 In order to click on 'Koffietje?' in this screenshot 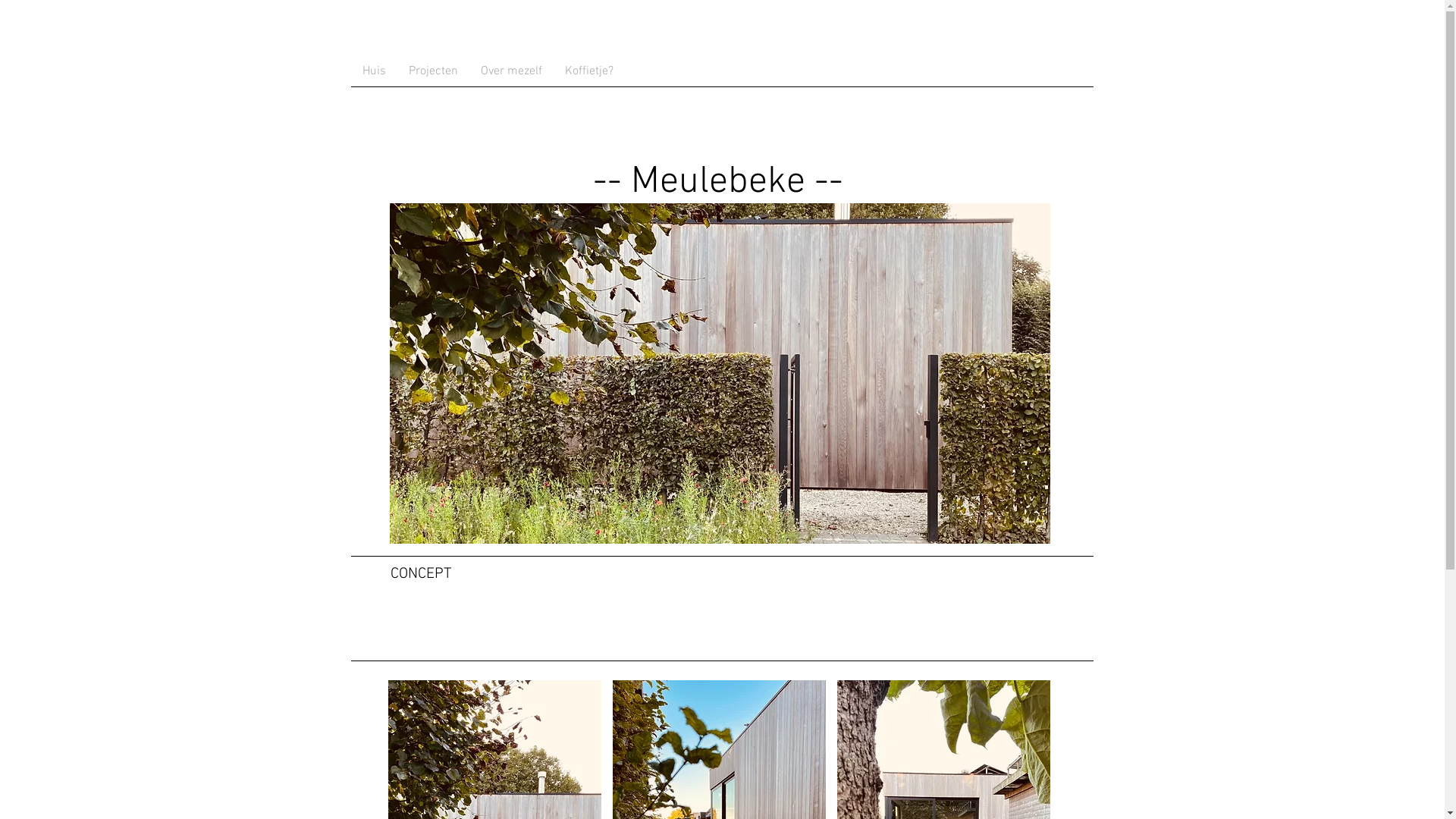, I will do `click(588, 71)`.